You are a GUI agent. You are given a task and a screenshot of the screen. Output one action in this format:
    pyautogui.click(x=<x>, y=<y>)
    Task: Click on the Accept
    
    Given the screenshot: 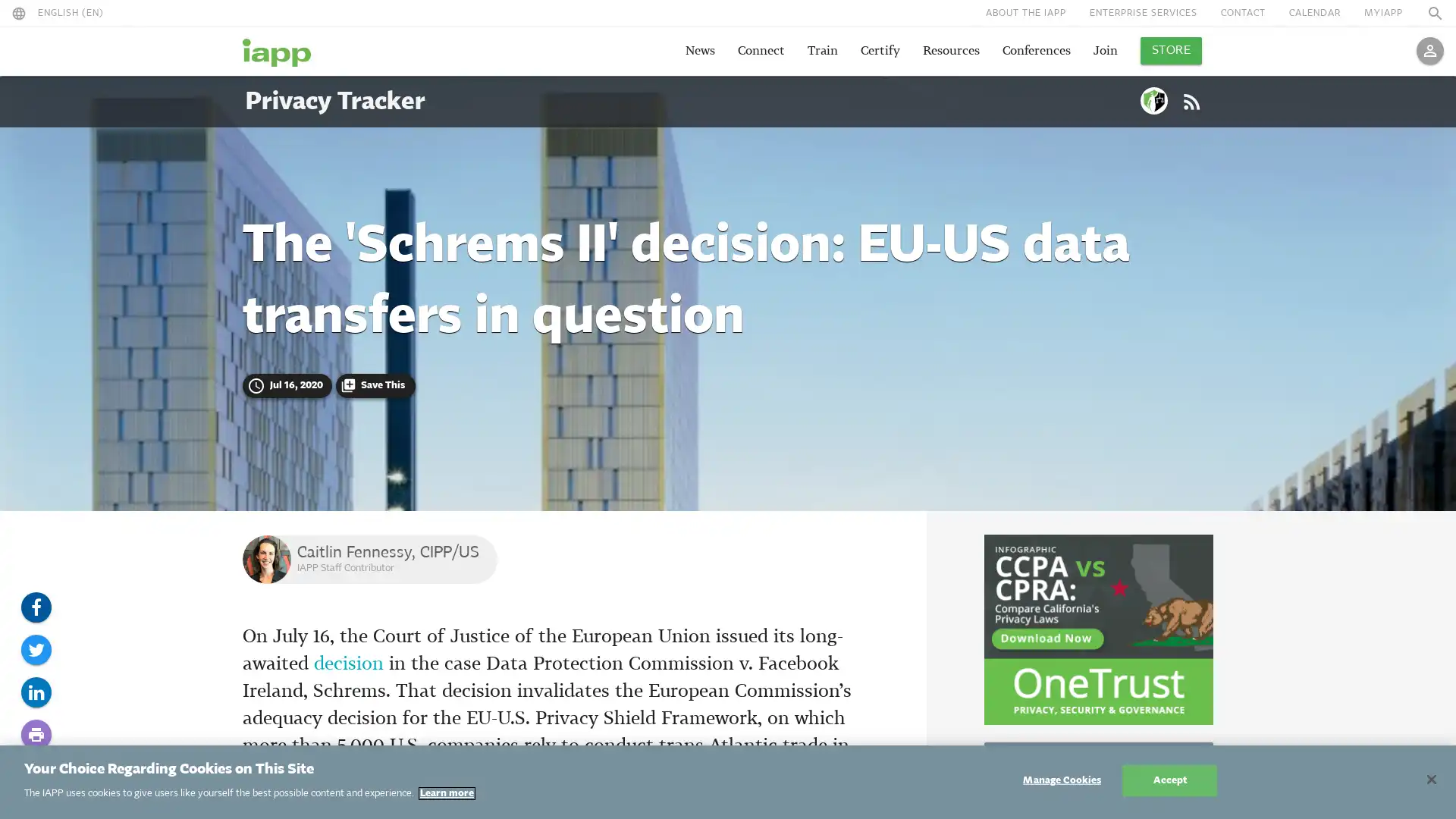 What is the action you would take?
    pyautogui.click(x=1169, y=780)
    